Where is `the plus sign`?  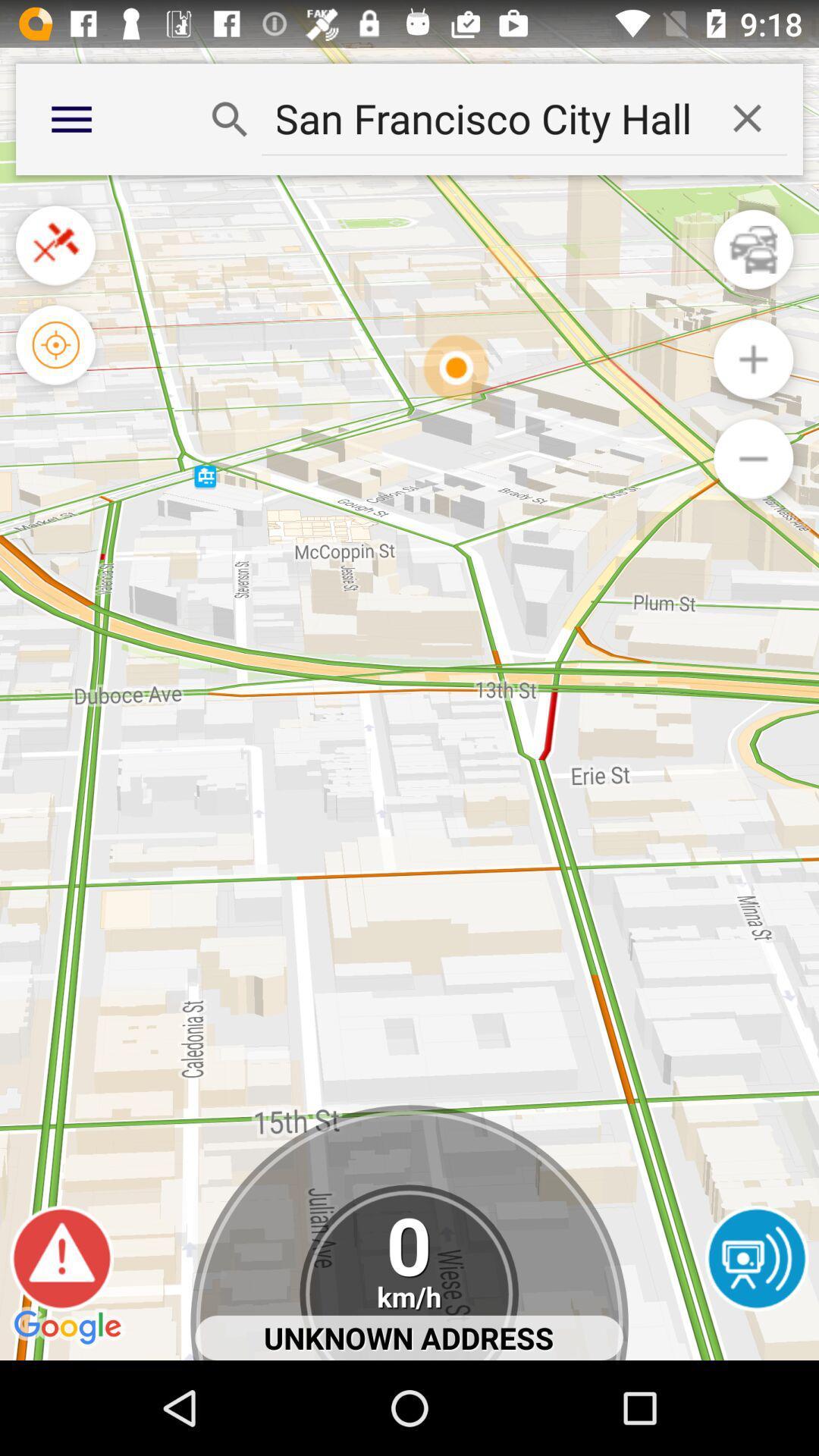
the plus sign is located at coordinates (753, 359).